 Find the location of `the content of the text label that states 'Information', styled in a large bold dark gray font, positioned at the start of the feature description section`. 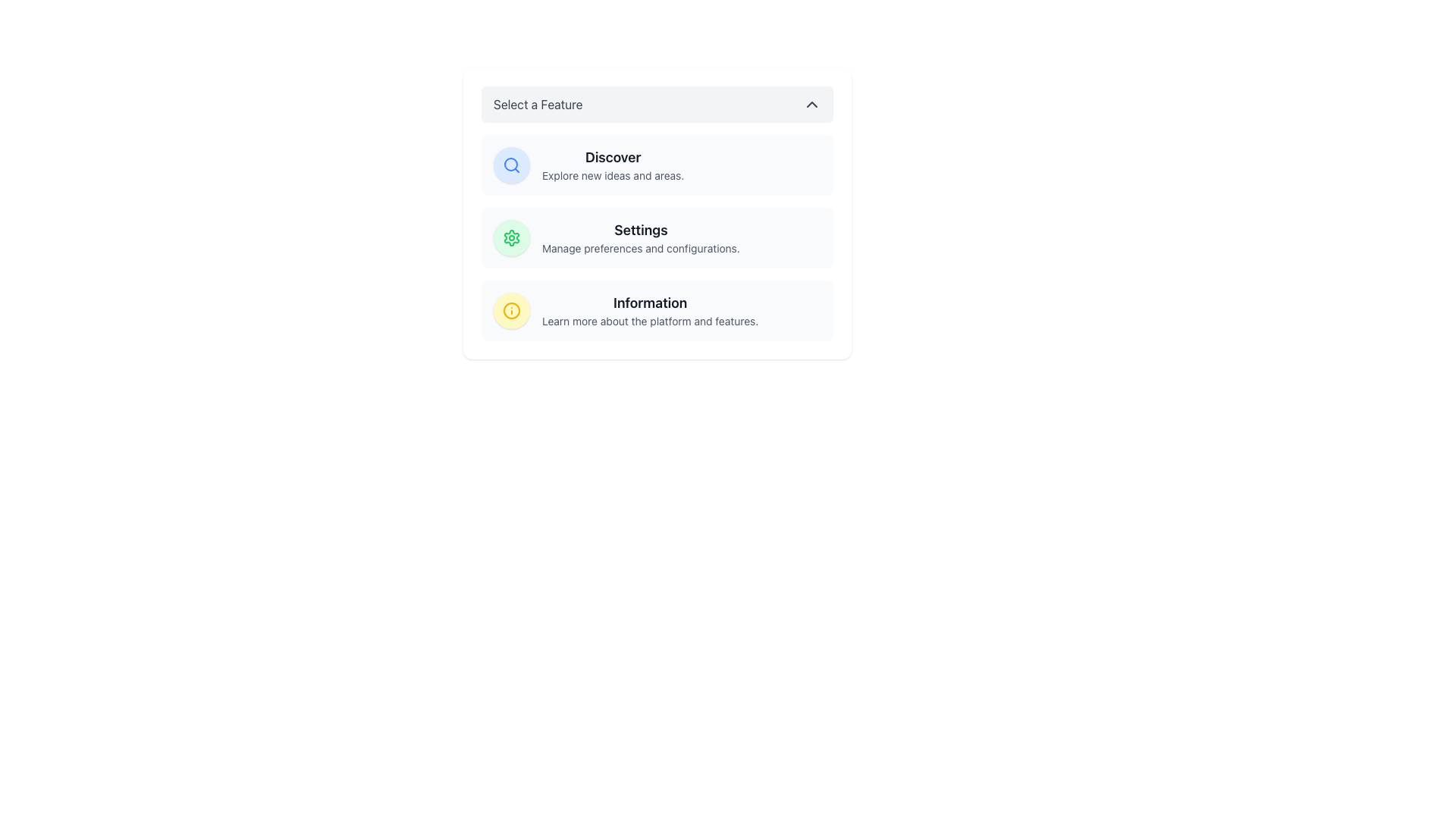

the content of the text label that states 'Information', styled in a large bold dark gray font, positioned at the start of the feature description section is located at coordinates (650, 303).